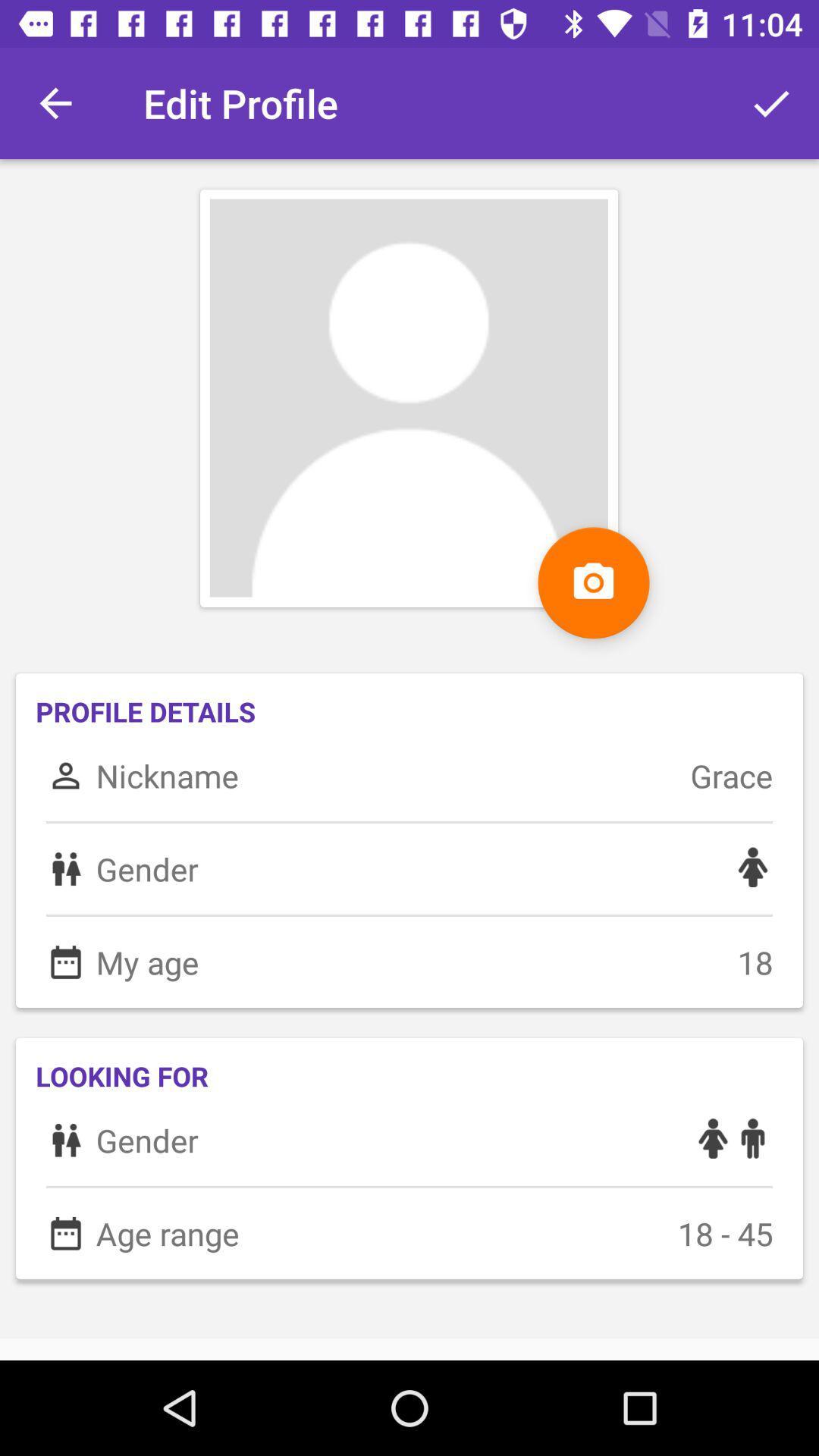  I want to click on item above profile details icon, so click(55, 102).